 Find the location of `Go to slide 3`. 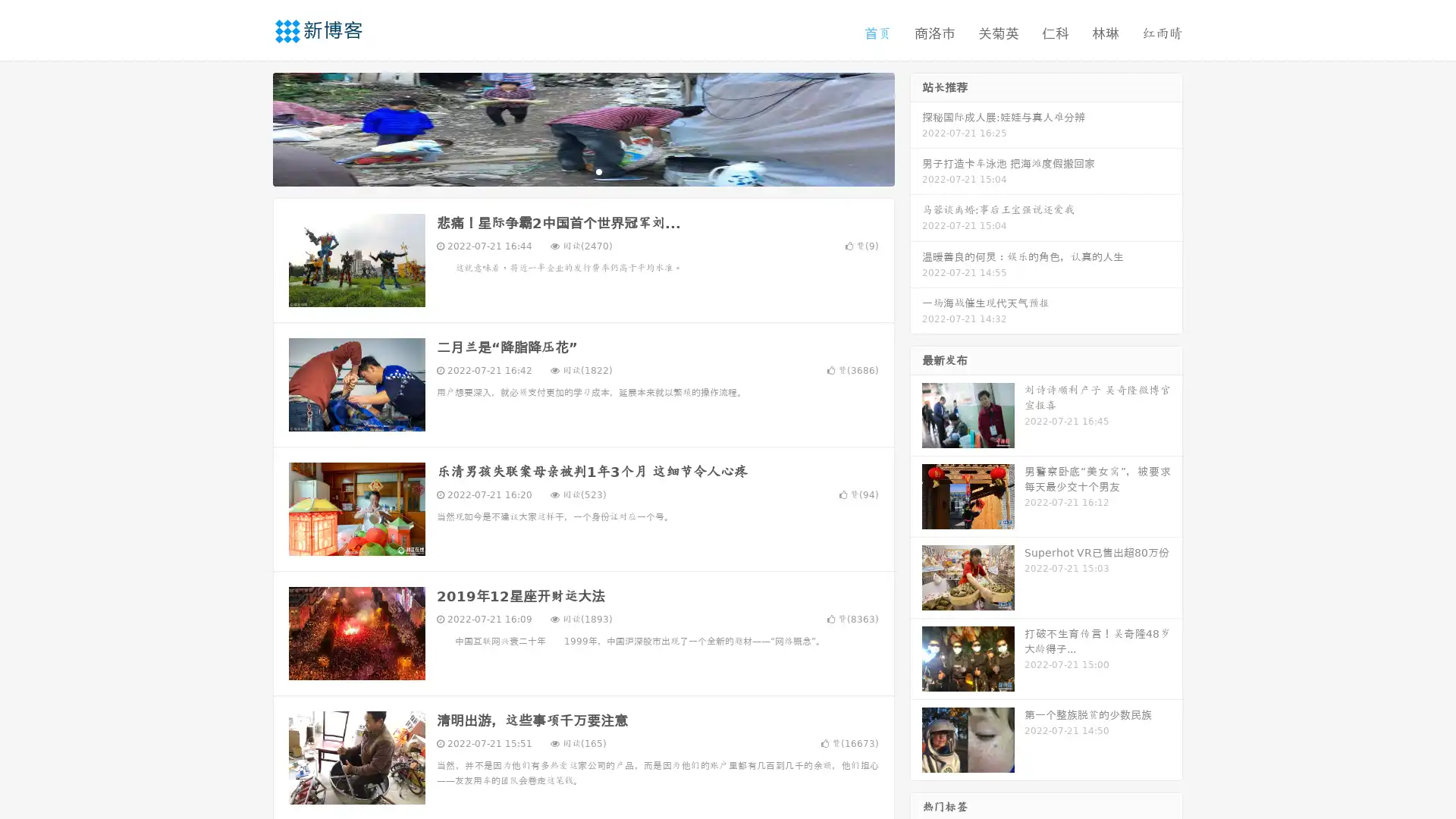

Go to slide 3 is located at coordinates (598, 171).